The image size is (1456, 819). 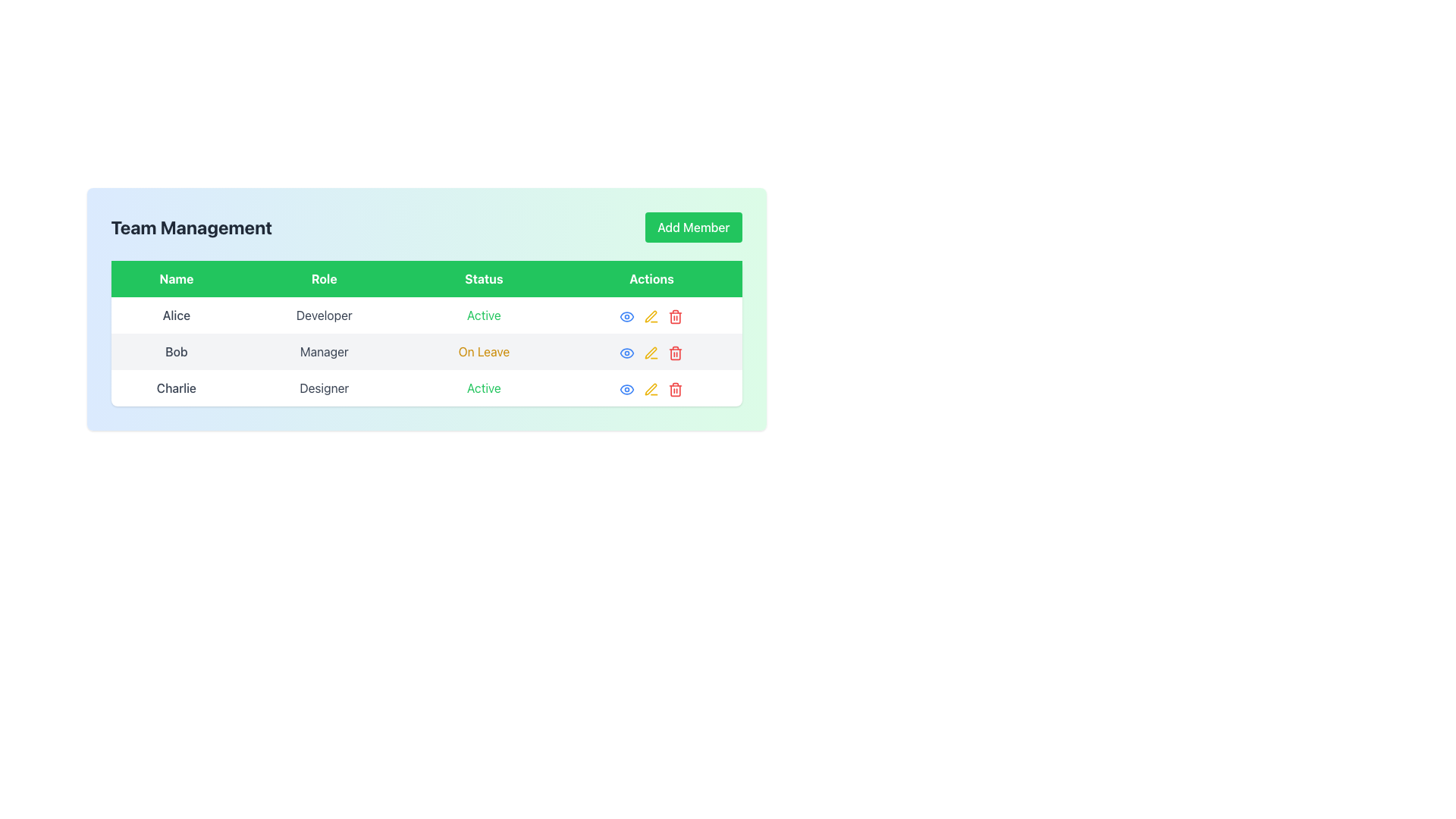 I want to click on the text label in the top-right corner of the table header row, which serves as a header for user actions like viewing, editing, or deleting entries, so click(x=651, y=278).